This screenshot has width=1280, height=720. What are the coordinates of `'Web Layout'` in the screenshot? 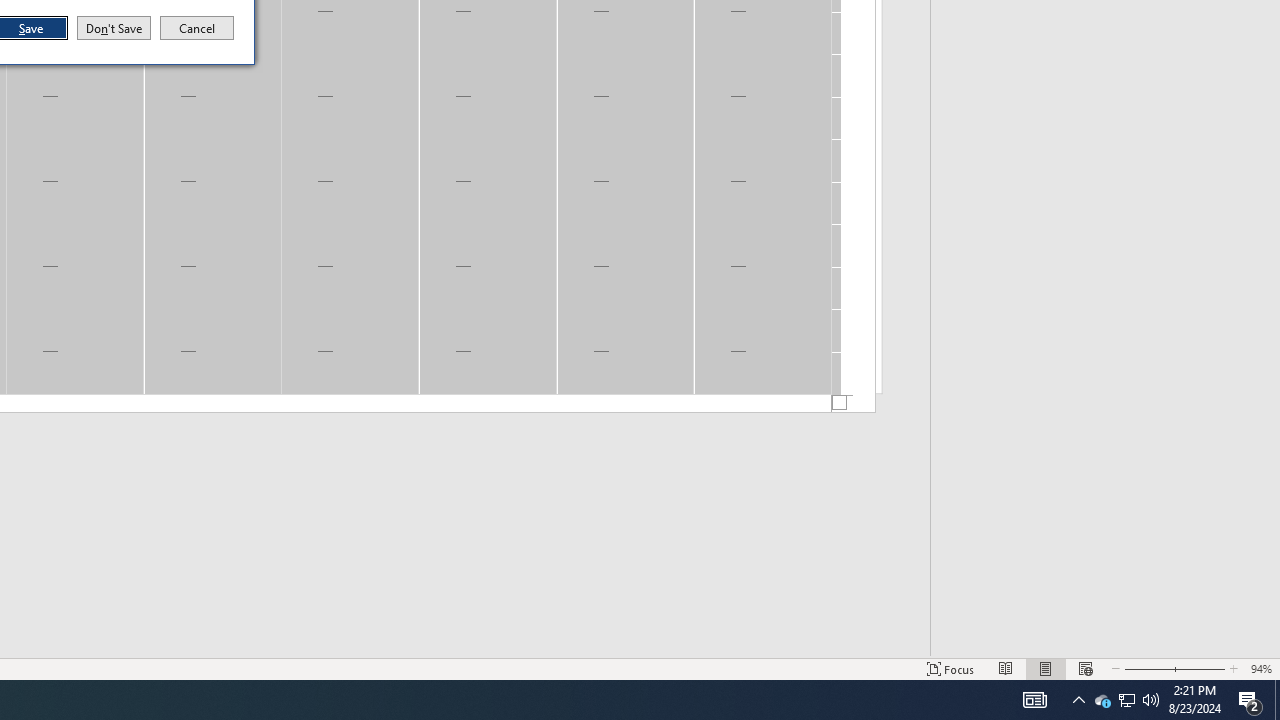 It's located at (1101, 698).